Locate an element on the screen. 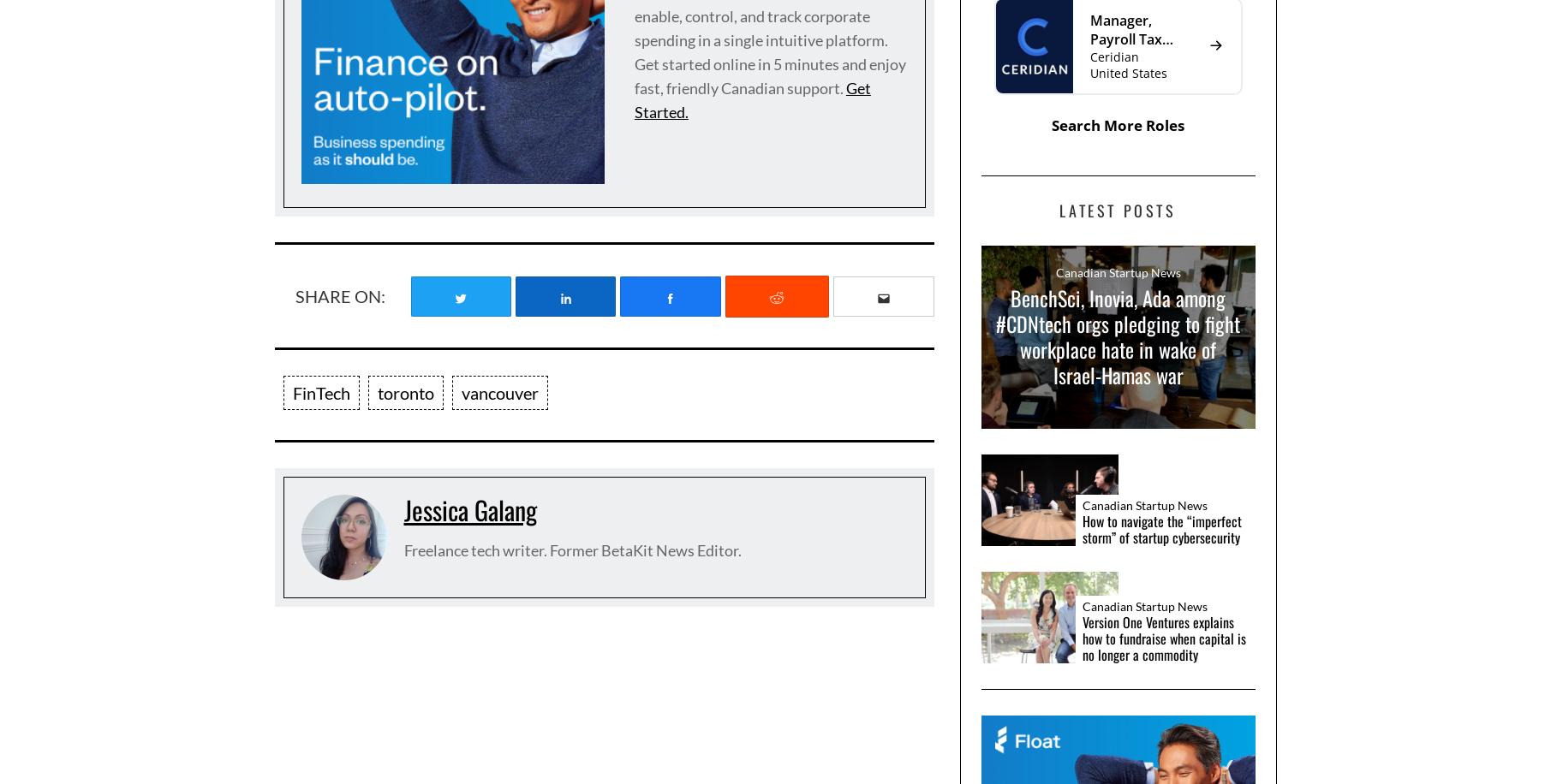  'Freelance tech writer. Former BetaKit News Editor.' is located at coordinates (572, 549).